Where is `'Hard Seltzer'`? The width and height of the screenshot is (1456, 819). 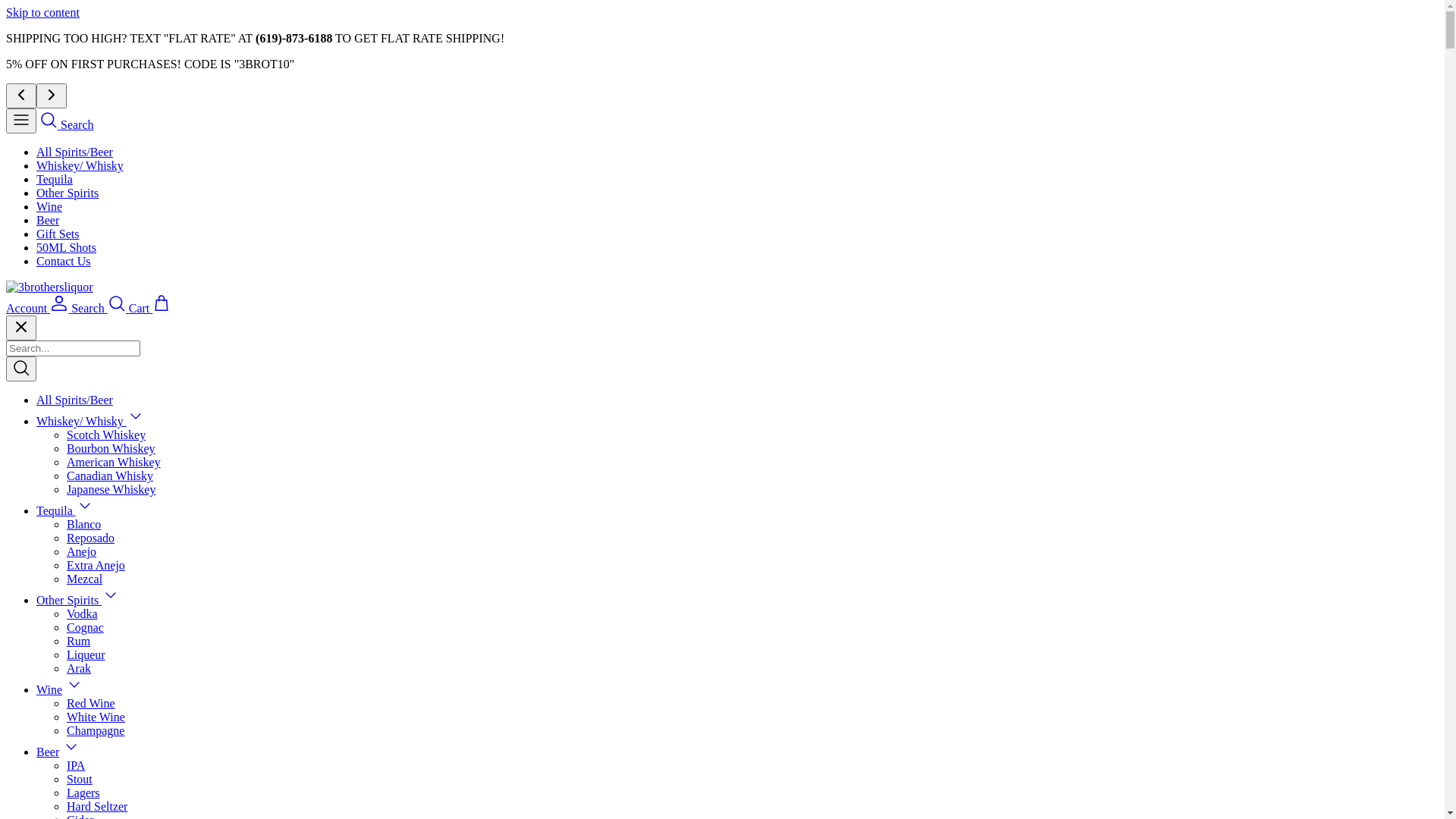
'Hard Seltzer' is located at coordinates (96, 805).